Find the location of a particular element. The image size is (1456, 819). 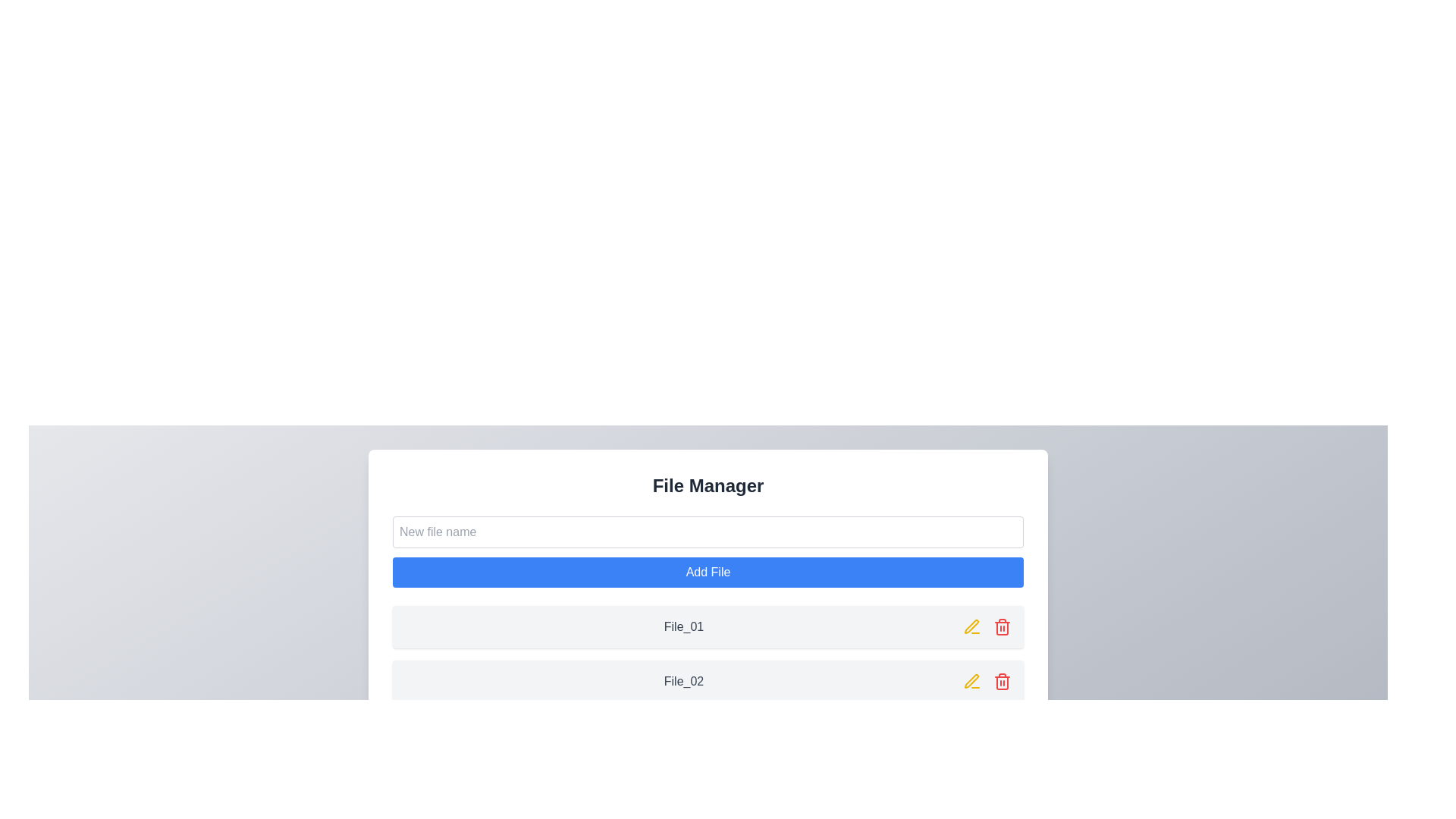

the Text label that displays the name of an item in the file list, located in the second row of the file entries, to help identify the file is located at coordinates (683, 680).